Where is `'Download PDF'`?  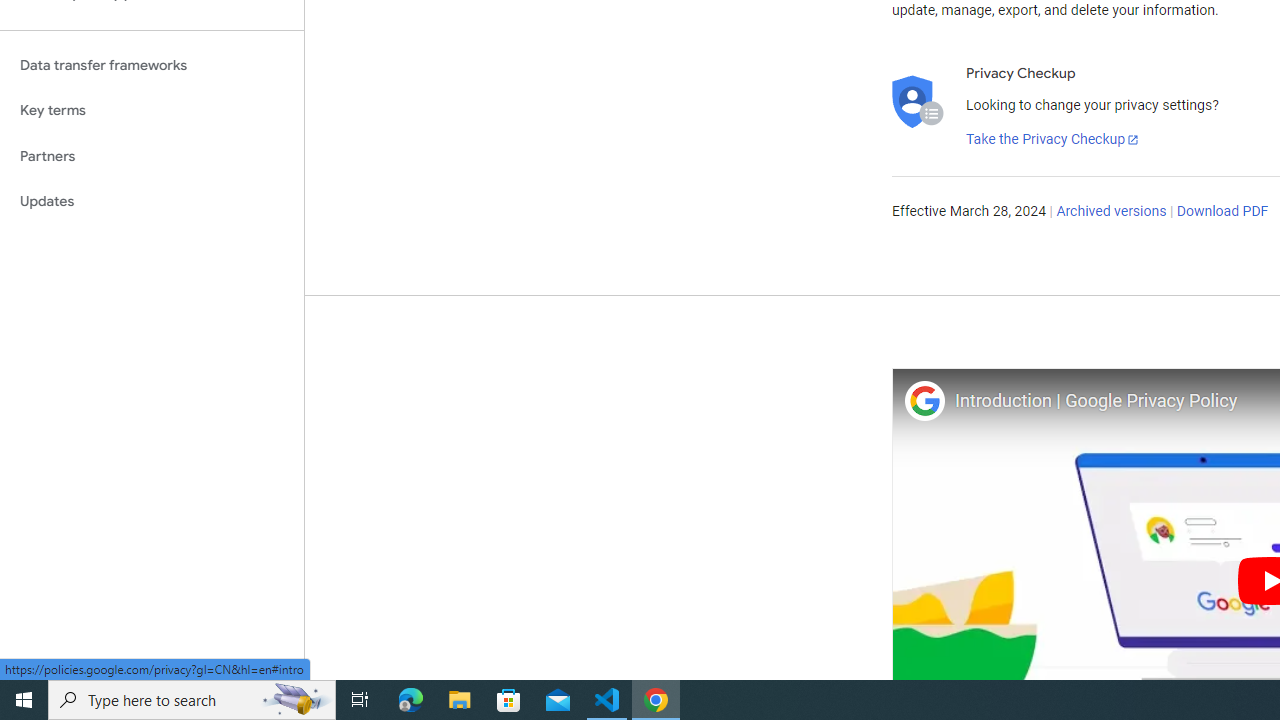
'Download PDF' is located at coordinates (1221, 212).